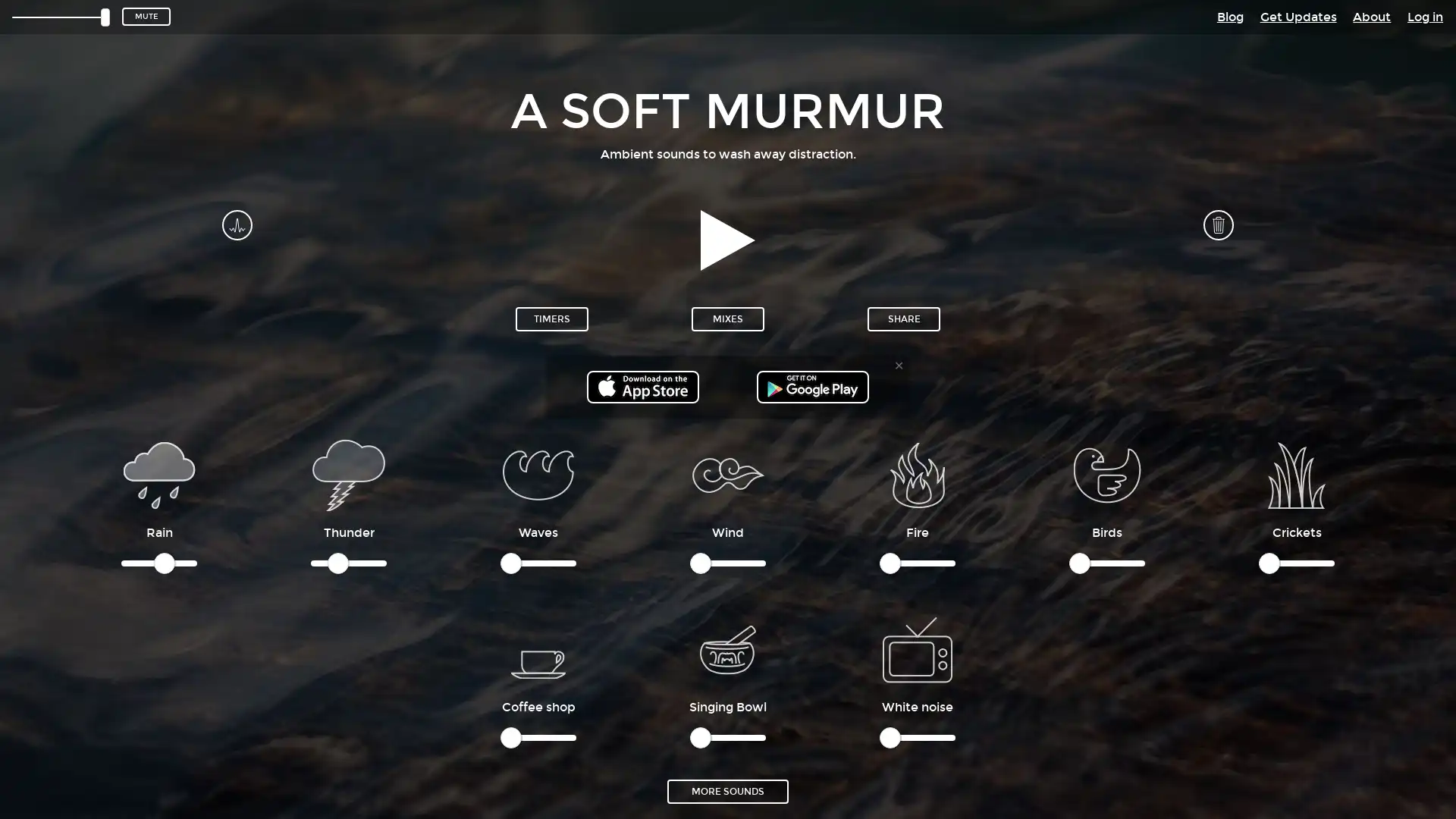  I want to click on Log in, so click(1424, 16).